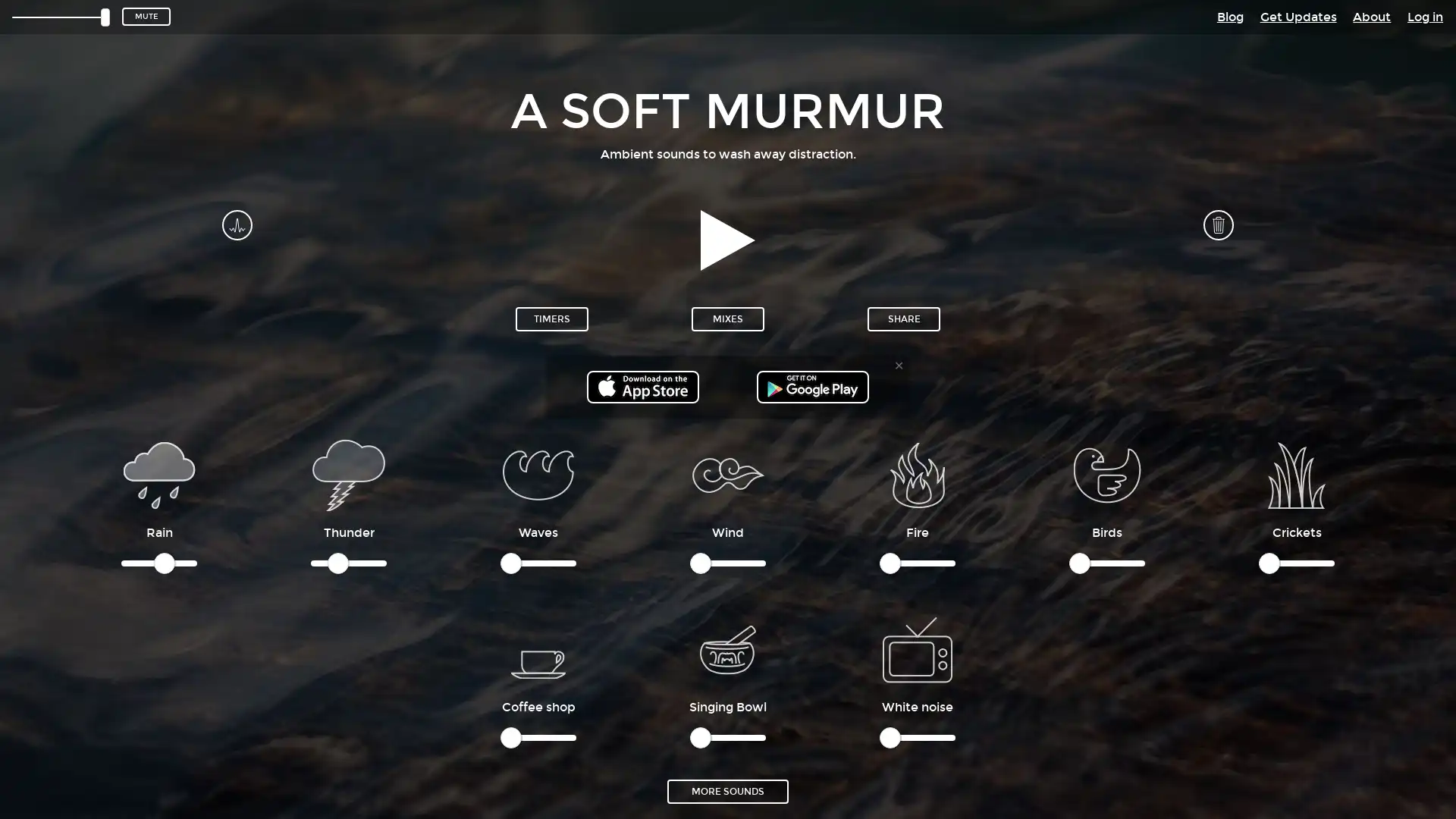  I want to click on Log in, so click(1424, 16).